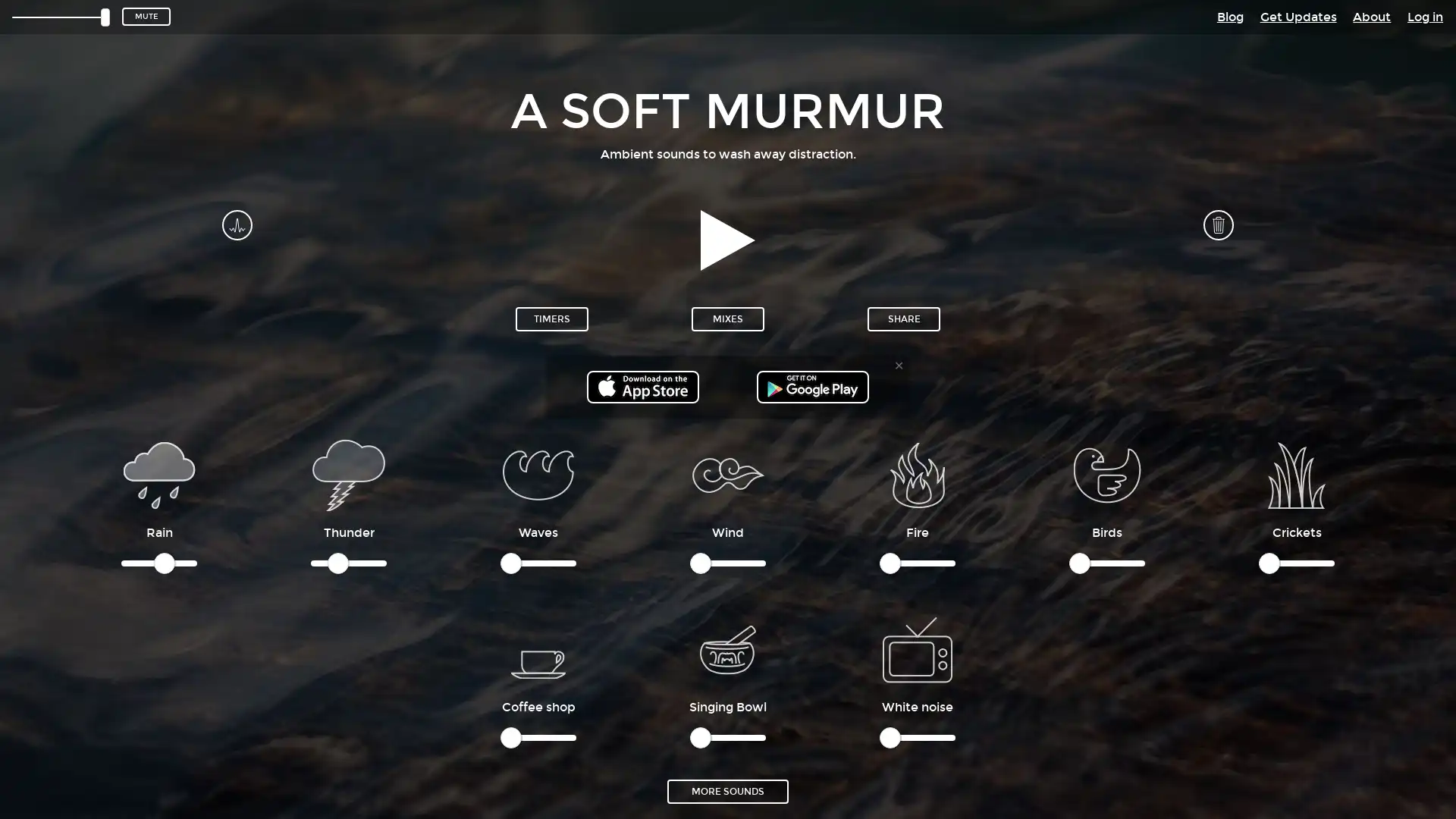  I want to click on Log in, so click(1424, 16).